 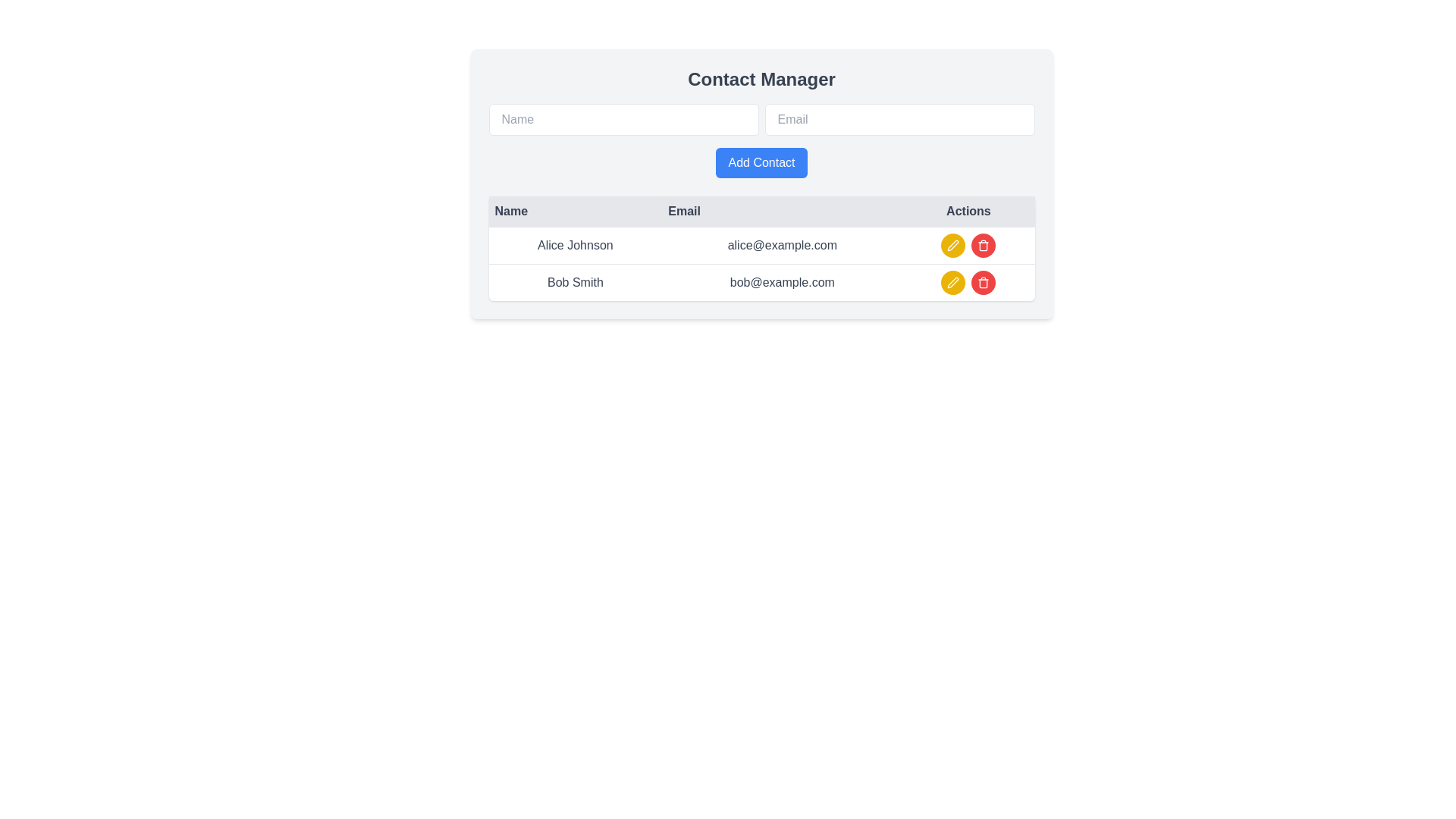 I want to click on the circular red button with a white trash can icon in the 'Actions' column of the second row, so click(x=984, y=283).